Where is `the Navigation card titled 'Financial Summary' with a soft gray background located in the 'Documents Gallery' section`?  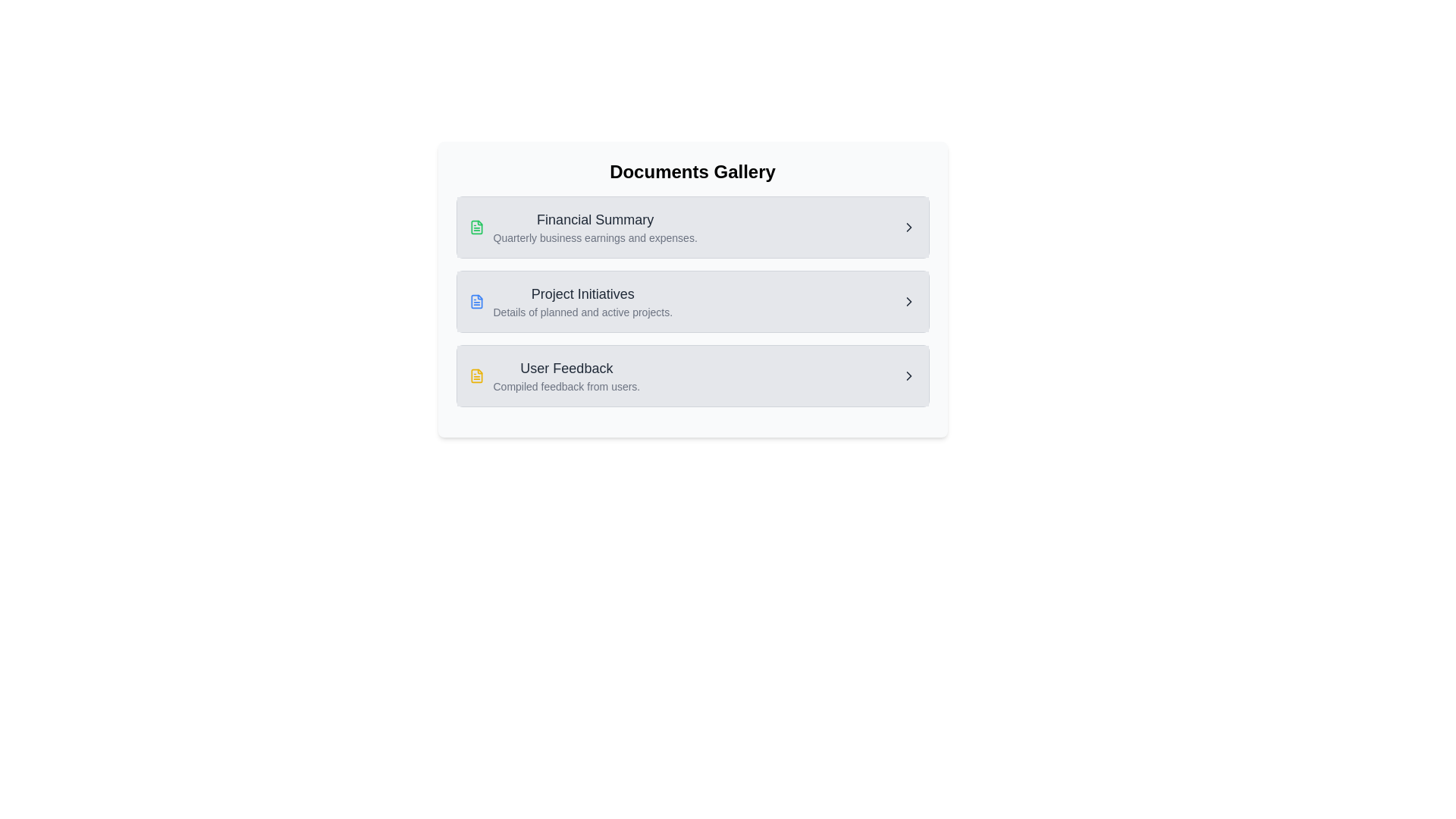
the Navigation card titled 'Financial Summary' with a soft gray background located in the 'Documents Gallery' section is located at coordinates (692, 227).